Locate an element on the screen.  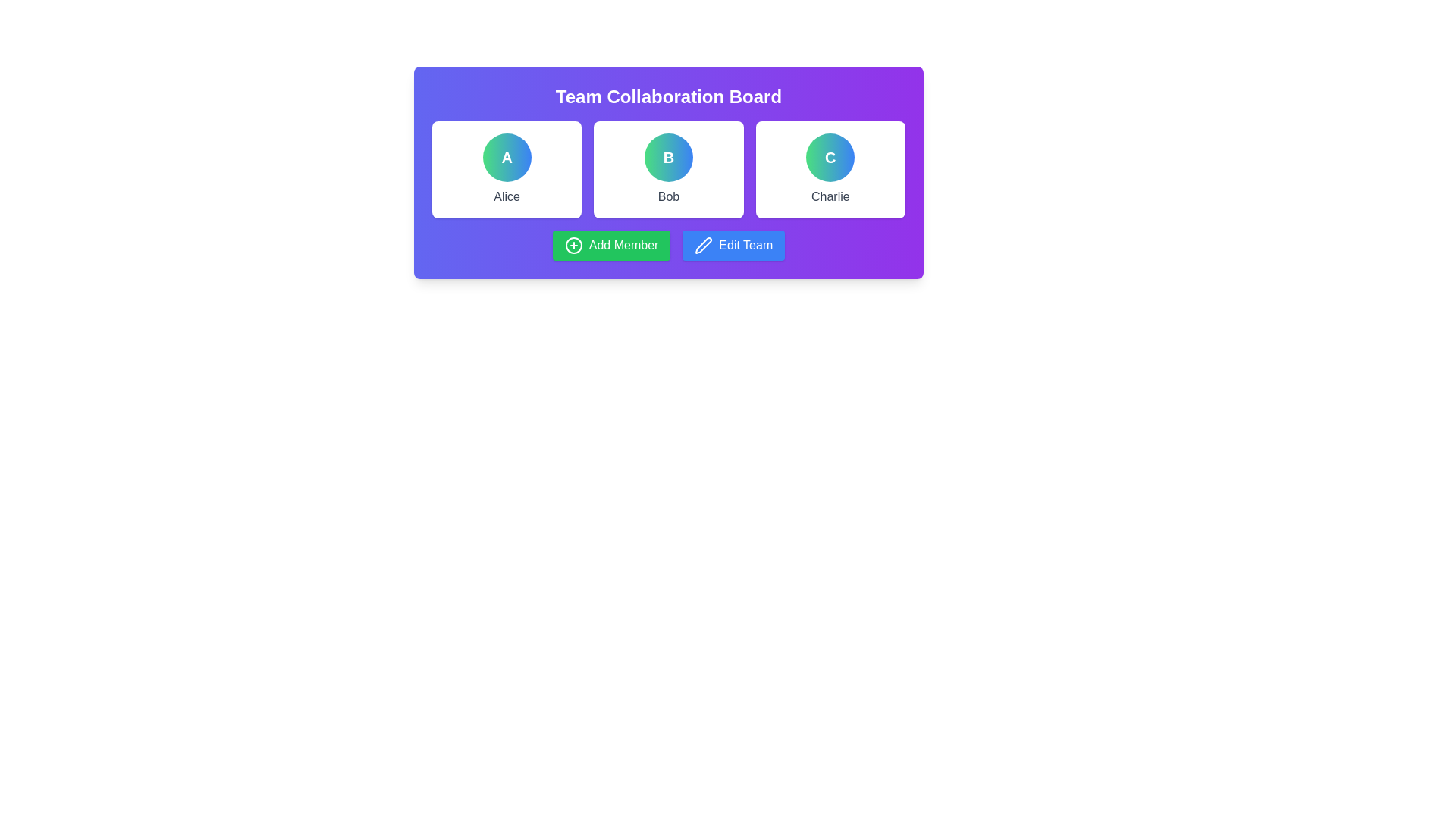
the addition sign icon within the 'Add Member' button, which is located on the left side of the button in the 'Team Collaboration Board' interface is located at coordinates (573, 245).